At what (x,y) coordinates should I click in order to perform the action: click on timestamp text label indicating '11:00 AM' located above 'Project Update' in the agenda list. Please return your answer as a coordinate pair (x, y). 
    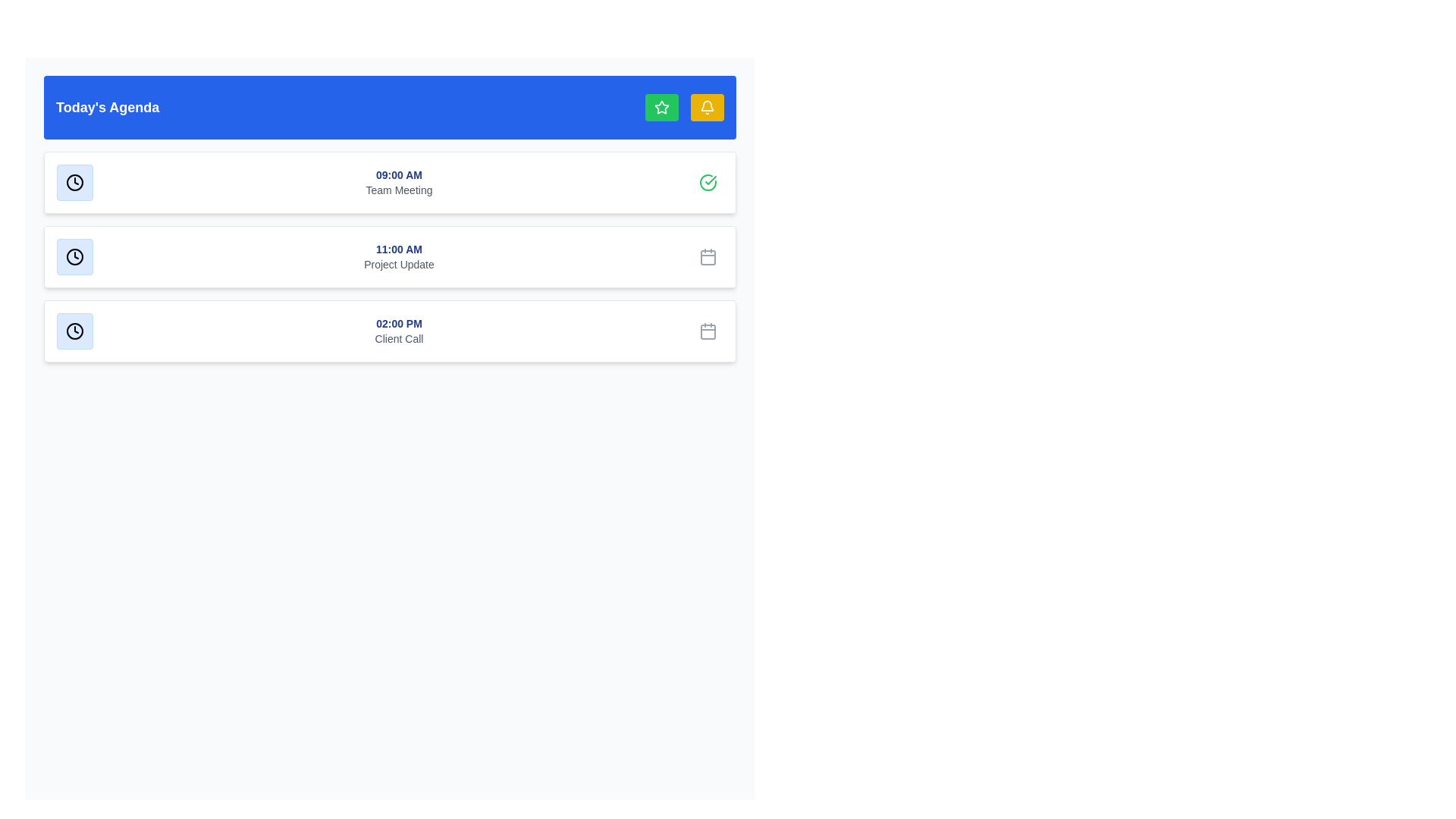
    Looking at the image, I should click on (399, 248).